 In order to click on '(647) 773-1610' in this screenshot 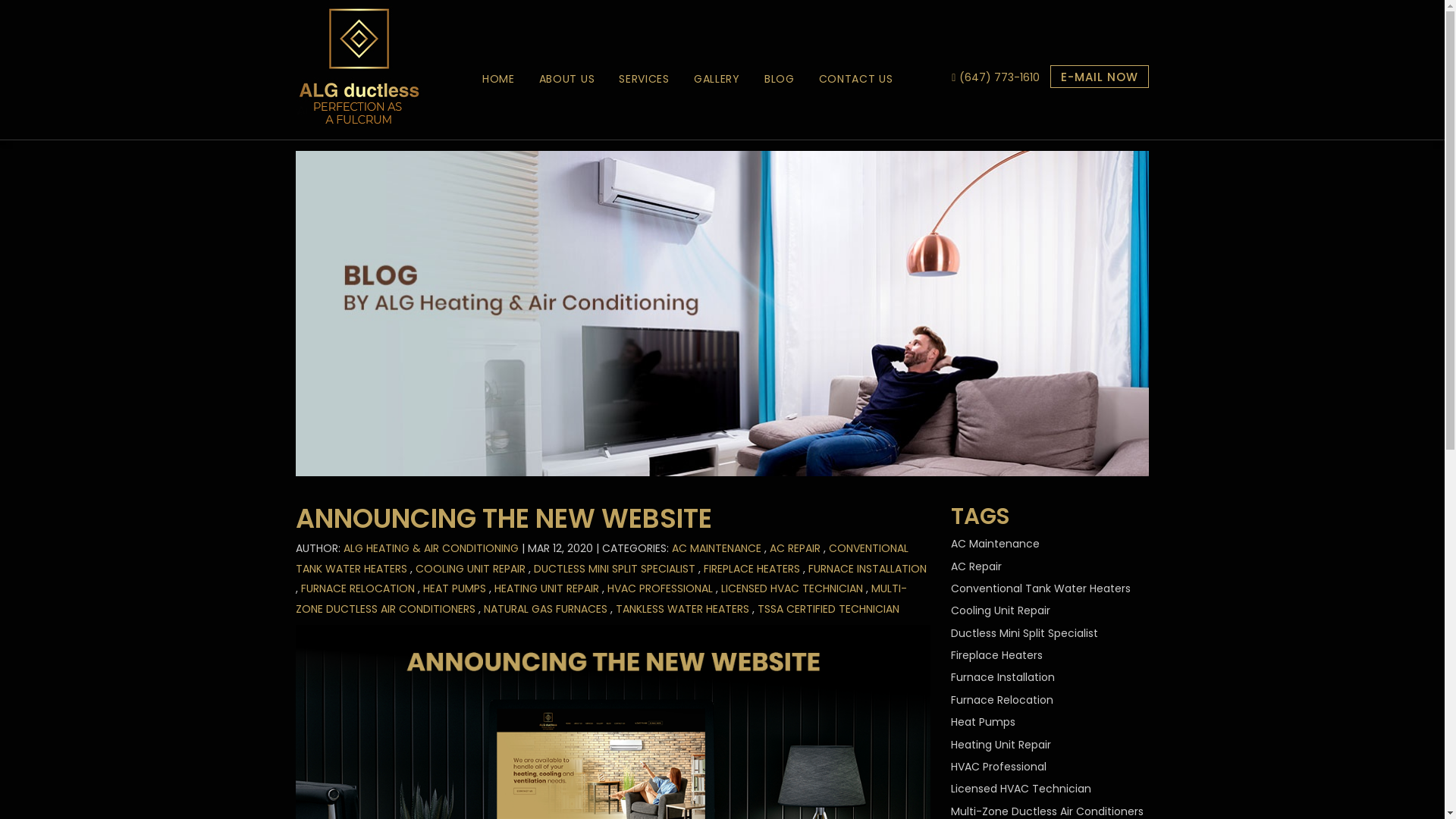, I will do `click(999, 77)`.